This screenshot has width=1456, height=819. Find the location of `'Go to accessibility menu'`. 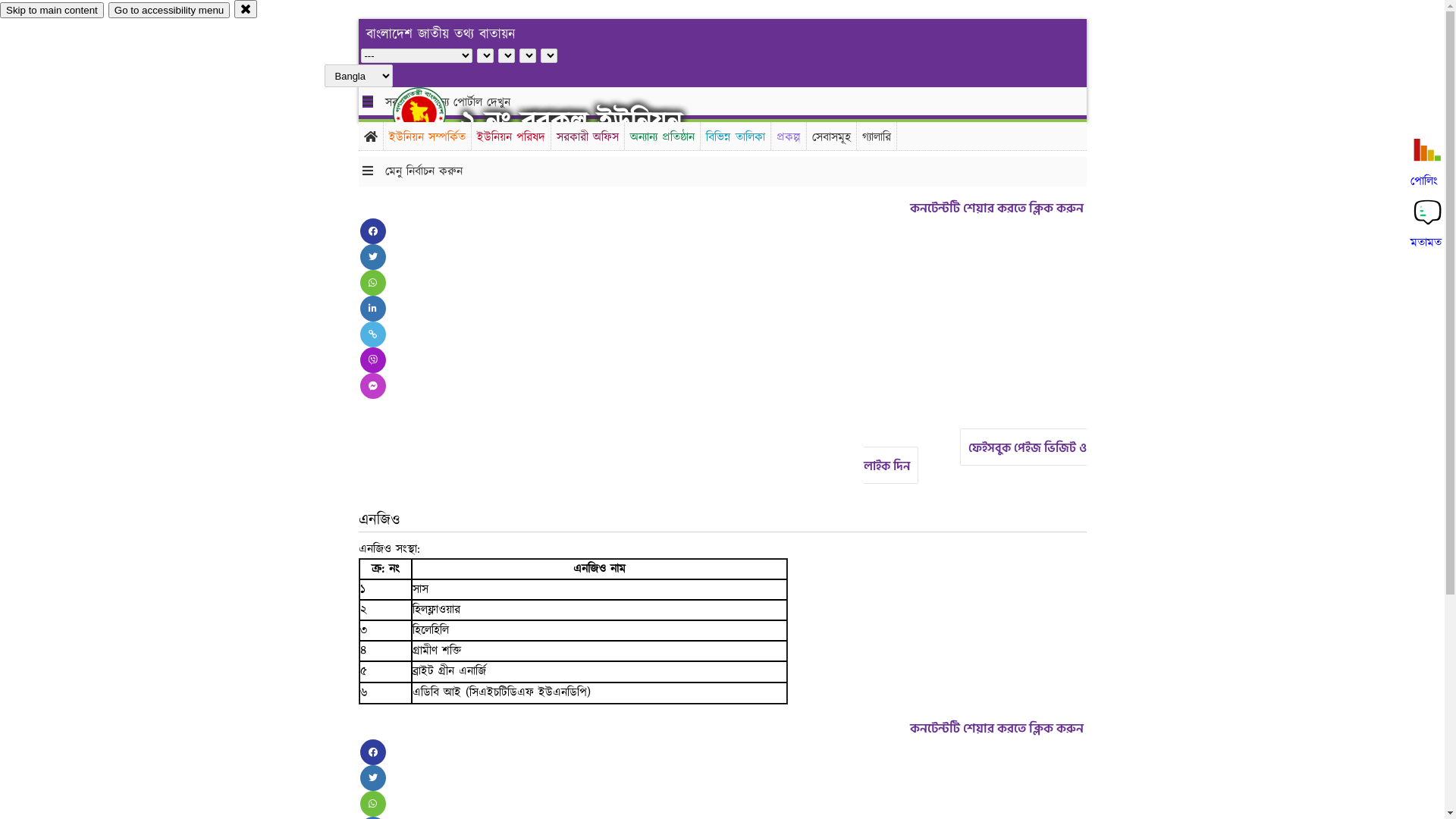

'Go to accessibility menu' is located at coordinates (168, 10).